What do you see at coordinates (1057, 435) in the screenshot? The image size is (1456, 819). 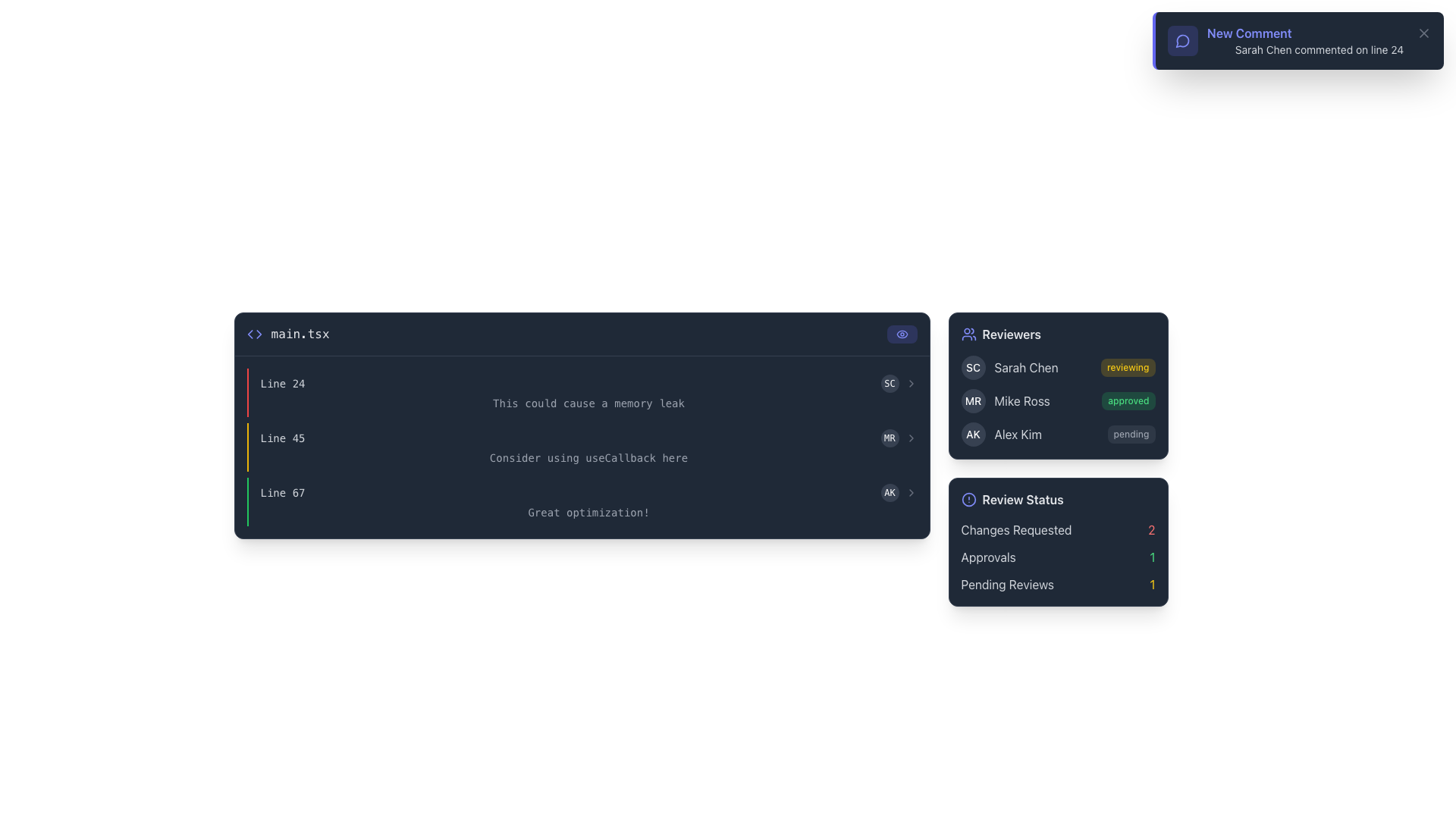 I see `Review status entry for Alex Kim, which features a profile picture icon with initials 'AK', a name 'Alex Kim', and a status badge labeled 'pending', located in the 'Reviewers' section as the third item in the list` at bounding box center [1057, 435].